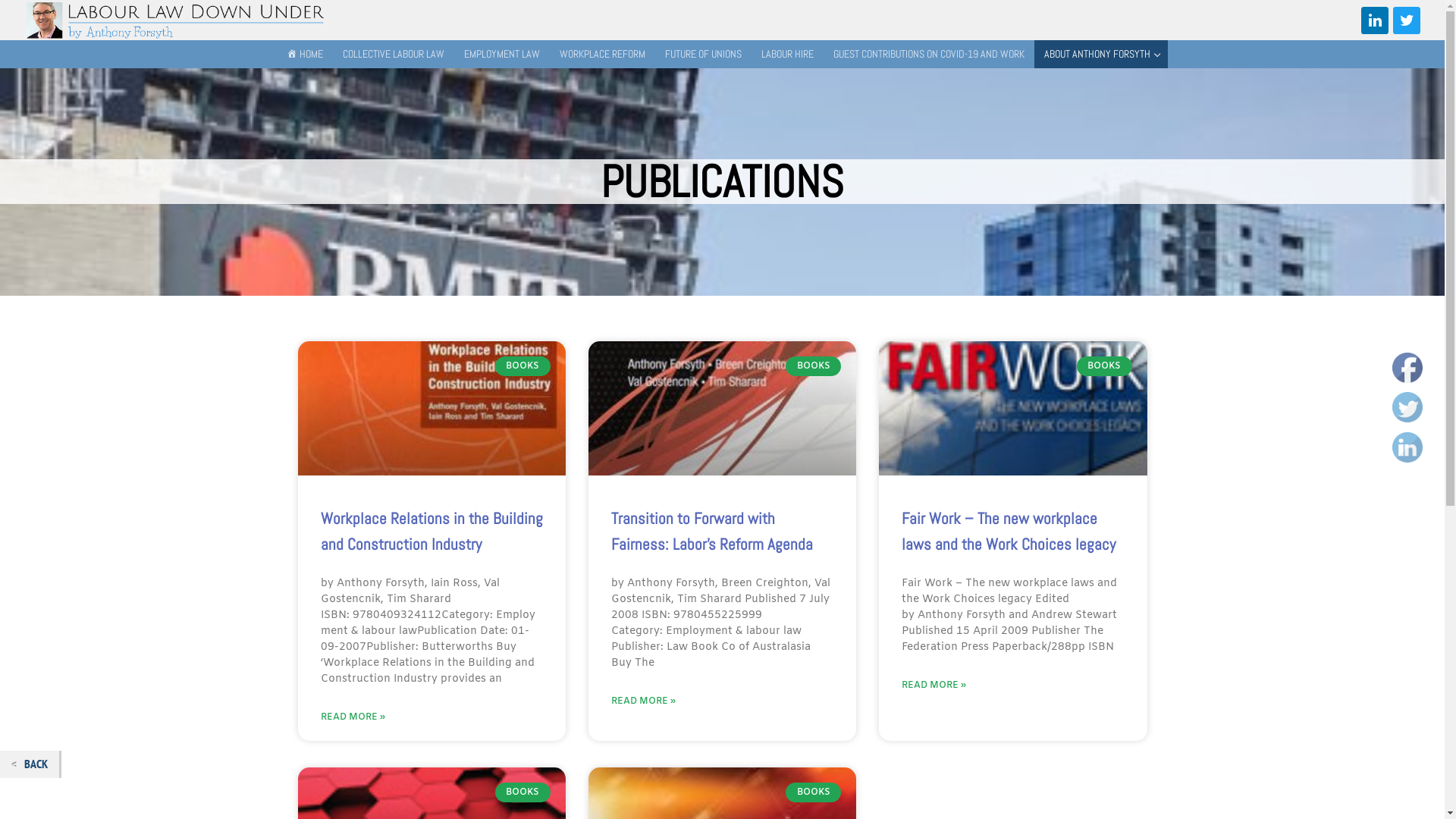 The image size is (1456, 819). What do you see at coordinates (502, 54) in the screenshot?
I see `'EMPLOYMENT LAW'` at bounding box center [502, 54].